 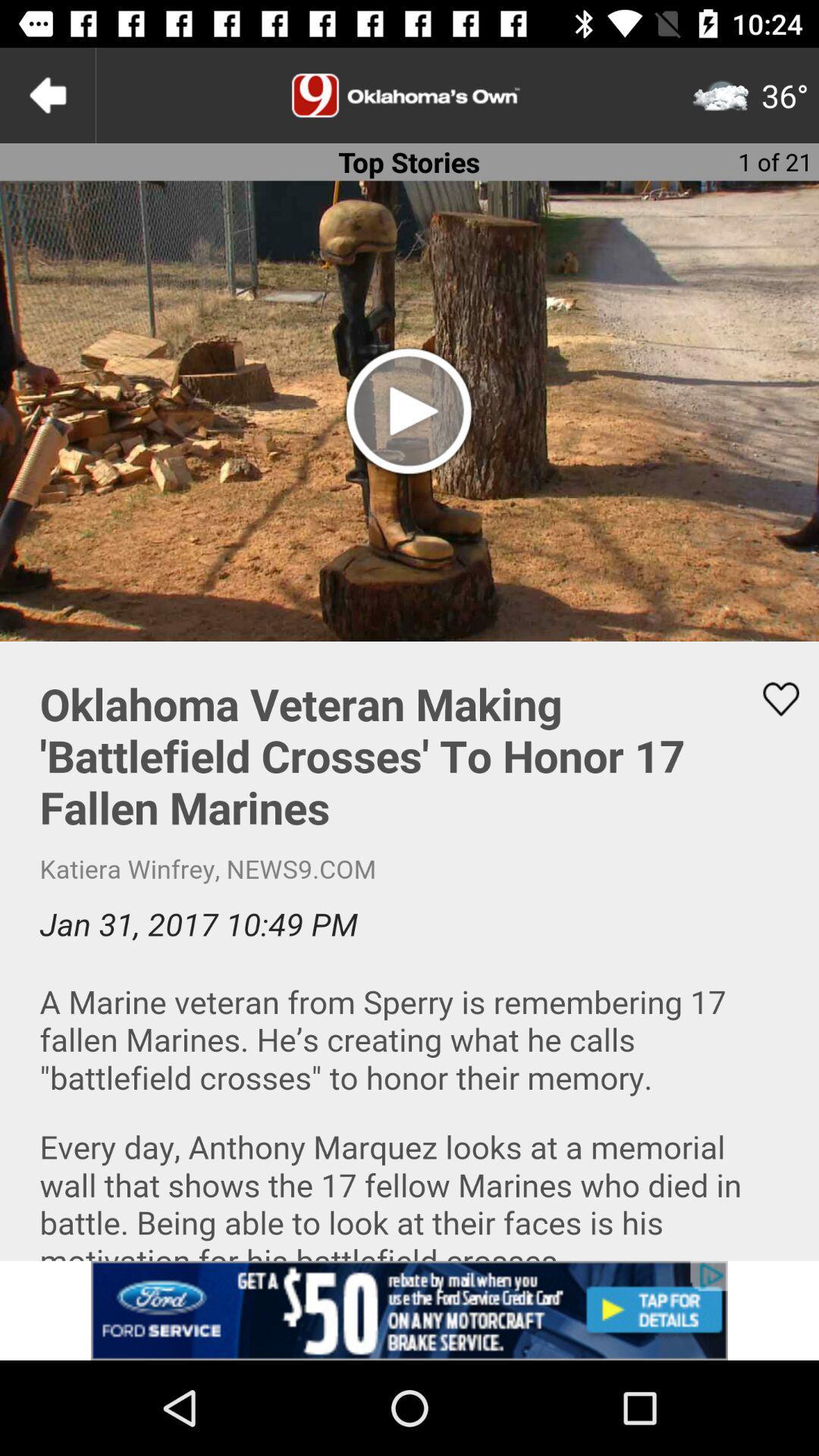 What do you see at coordinates (771, 698) in the screenshot?
I see `the favorite icon` at bounding box center [771, 698].